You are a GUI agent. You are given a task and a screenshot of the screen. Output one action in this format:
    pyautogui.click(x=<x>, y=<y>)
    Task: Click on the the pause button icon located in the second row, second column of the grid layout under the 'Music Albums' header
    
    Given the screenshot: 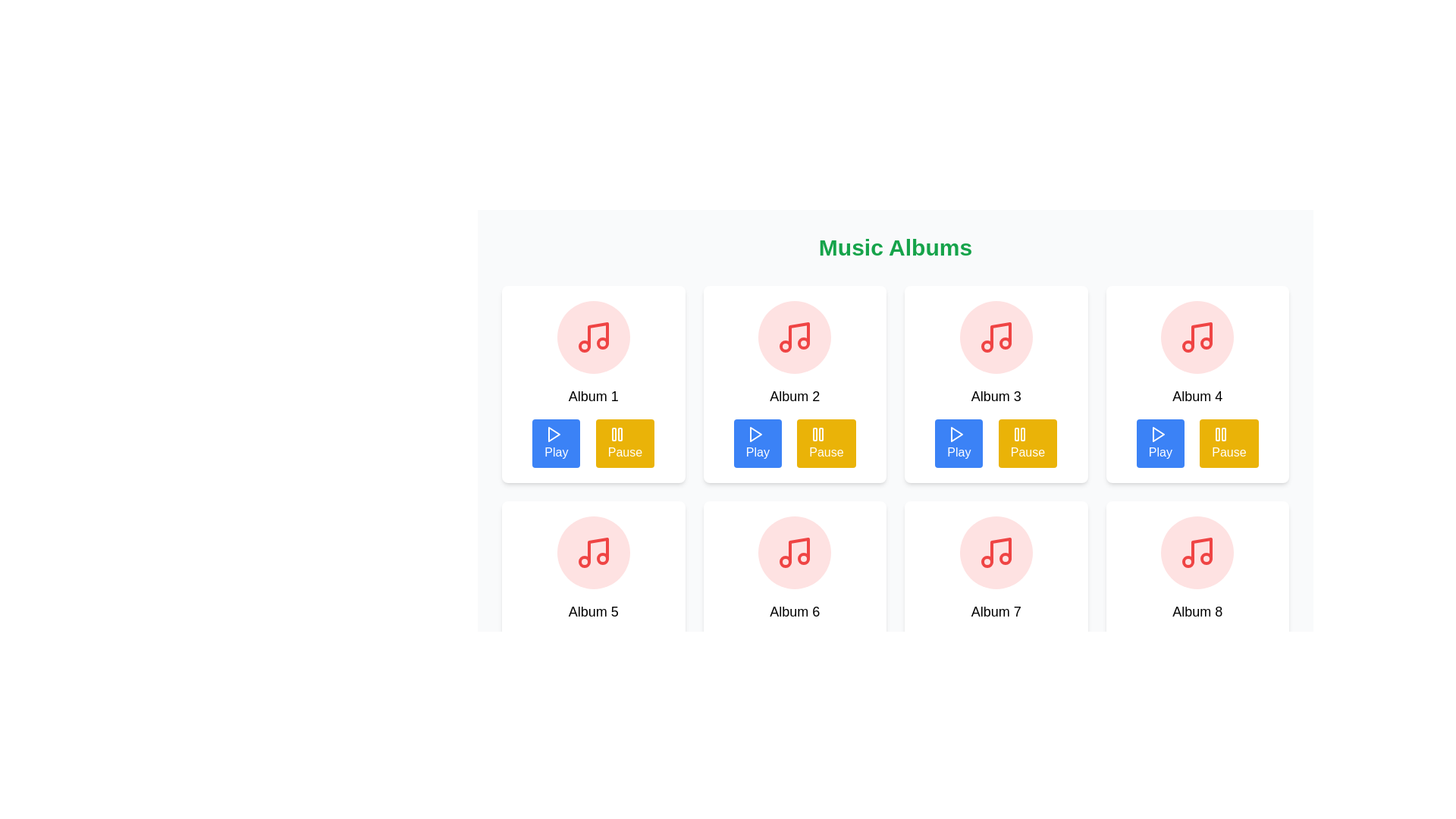 What is the action you would take?
    pyautogui.click(x=817, y=435)
    